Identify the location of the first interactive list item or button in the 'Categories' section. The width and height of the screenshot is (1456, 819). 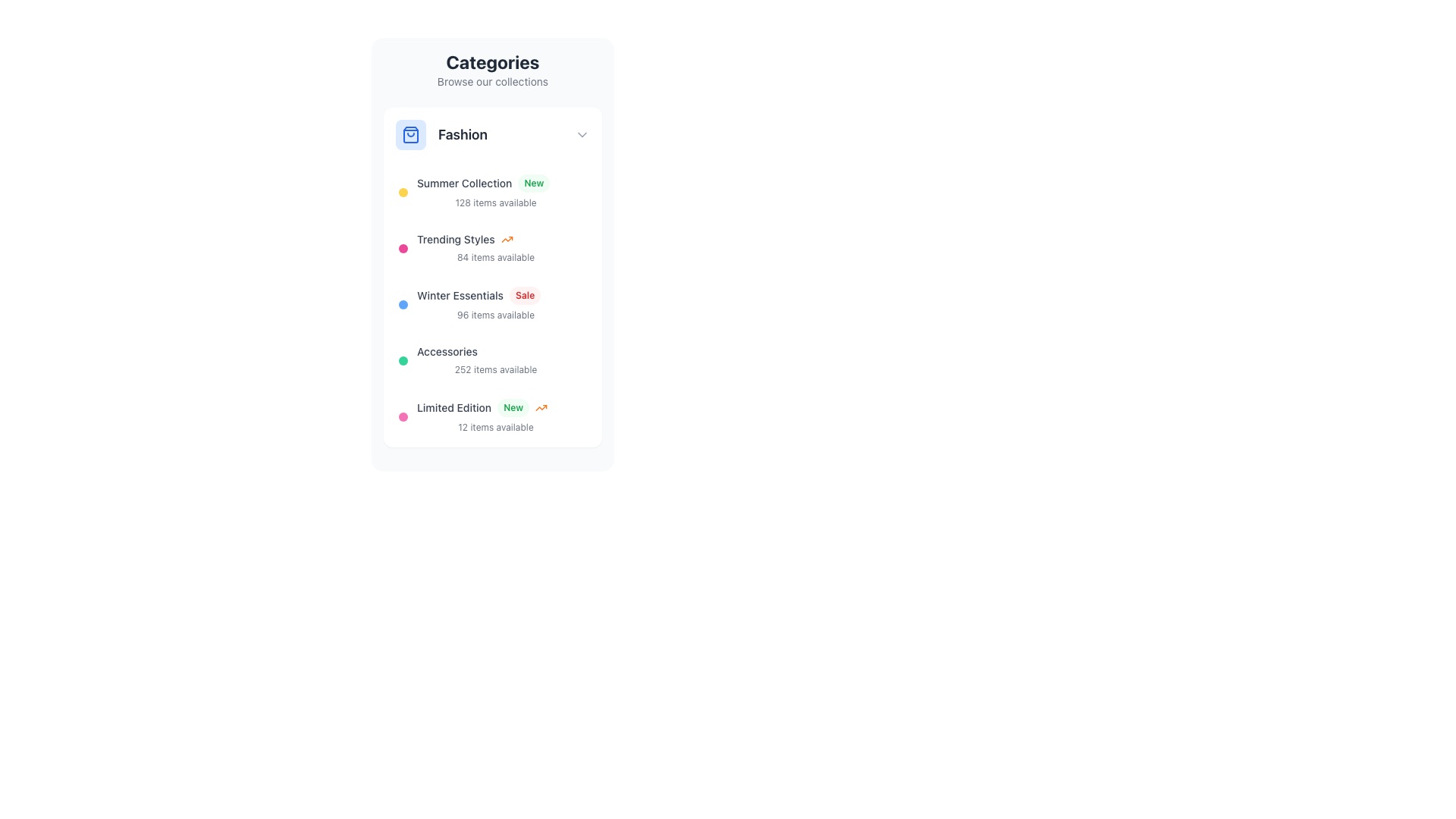
(492, 133).